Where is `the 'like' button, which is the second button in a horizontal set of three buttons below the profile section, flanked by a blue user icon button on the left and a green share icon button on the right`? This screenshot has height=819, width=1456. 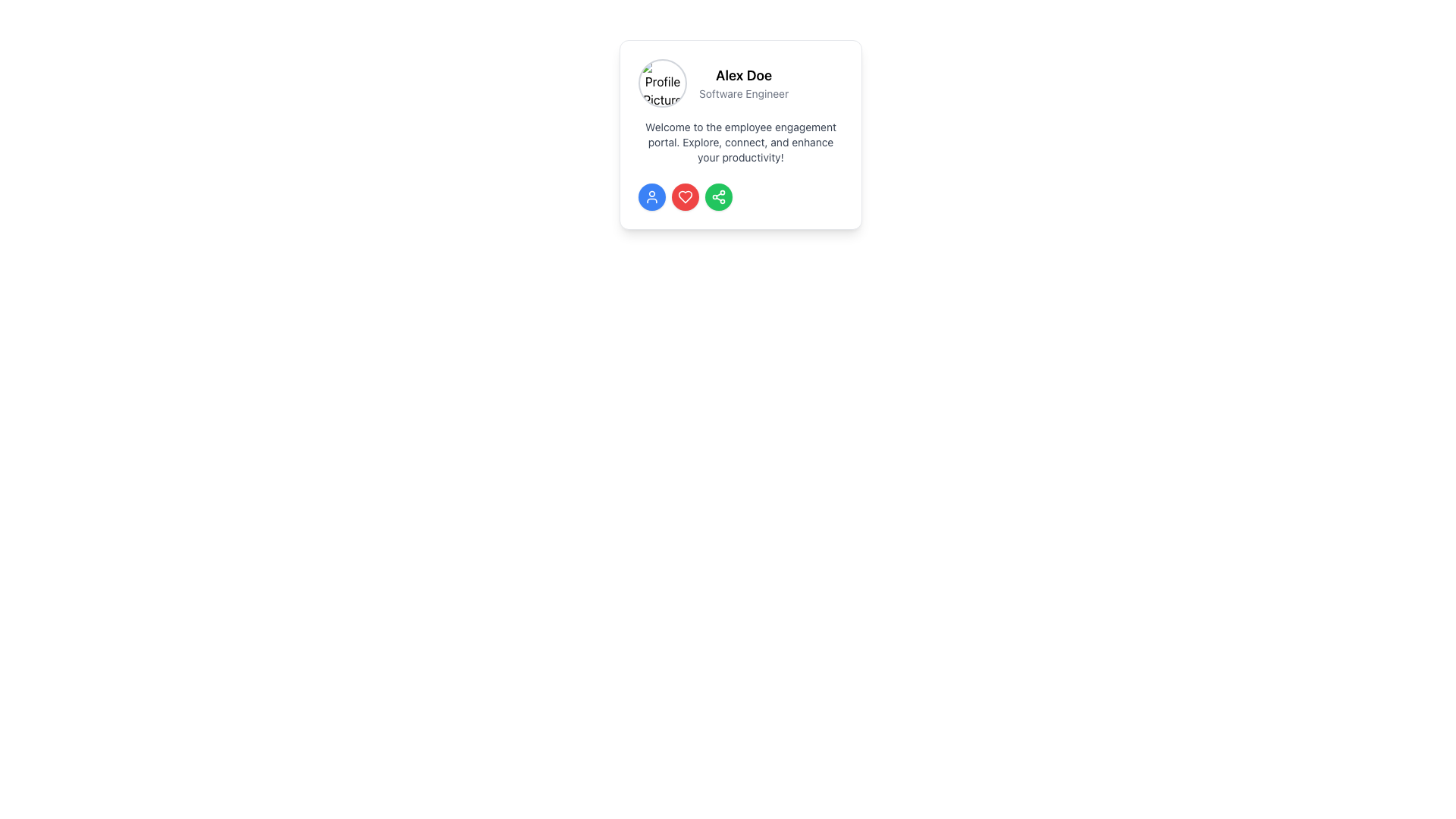 the 'like' button, which is the second button in a horizontal set of three buttons below the profile section, flanked by a blue user icon button on the left and a green share icon button on the right is located at coordinates (684, 196).